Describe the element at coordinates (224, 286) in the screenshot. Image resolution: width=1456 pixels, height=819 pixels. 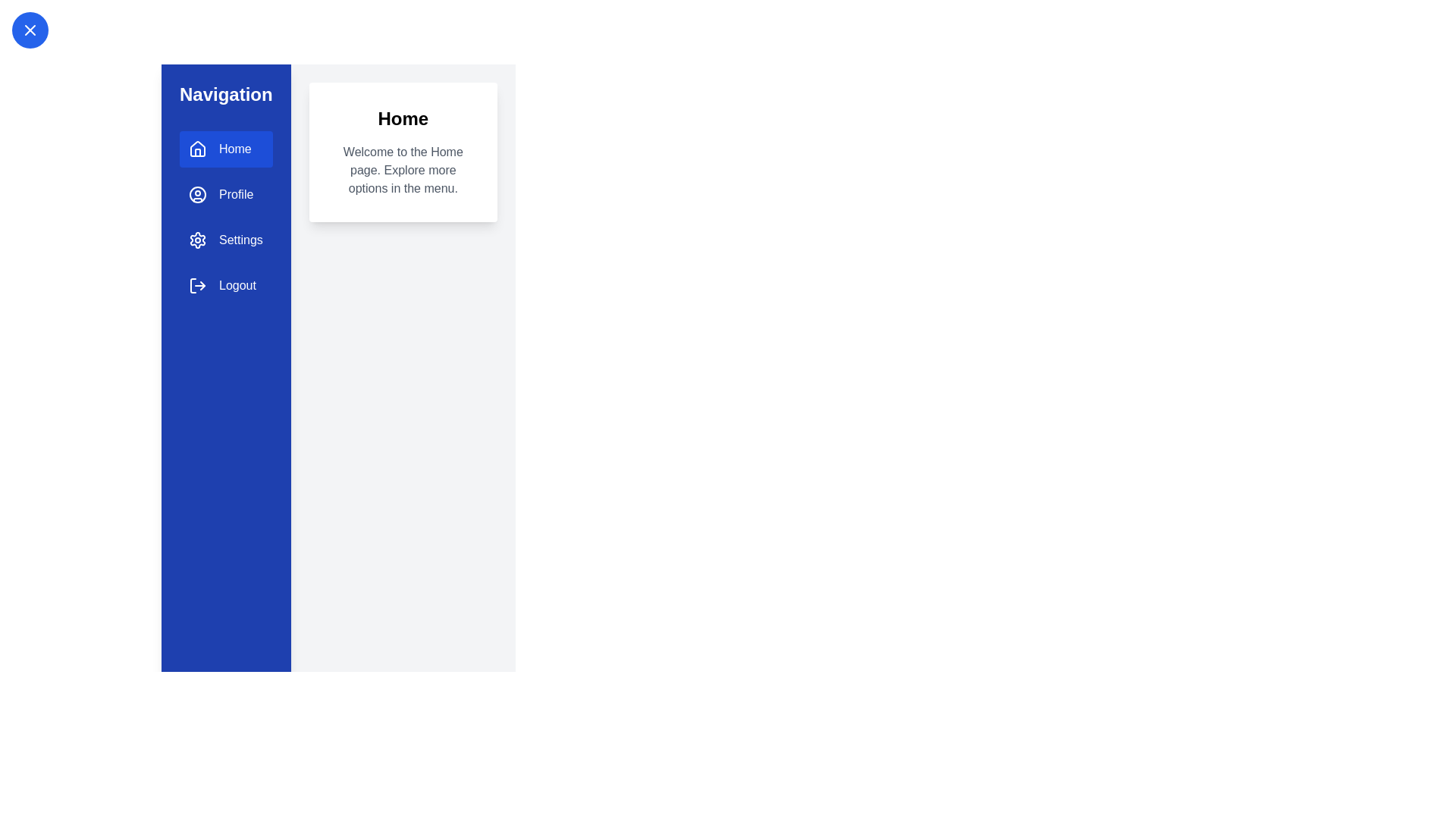
I see `the Logout navigation option from the drawer` at that location.